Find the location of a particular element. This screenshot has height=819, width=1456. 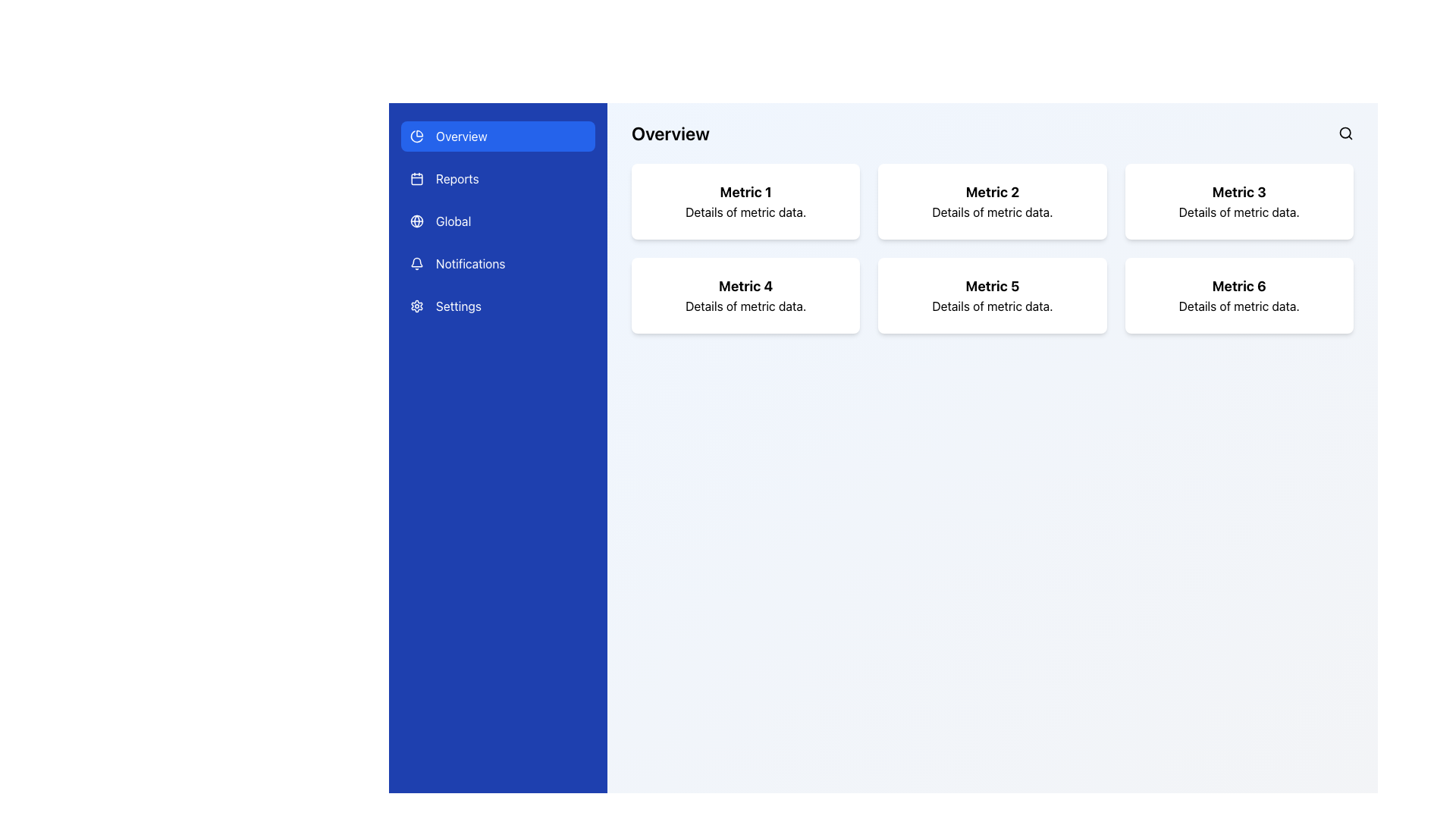

text from the Text Label displaying 'Details of metric data.' inside the 'Metric 4' card located in the second row and first column of the grid layout is located at coordinates (745, 306).